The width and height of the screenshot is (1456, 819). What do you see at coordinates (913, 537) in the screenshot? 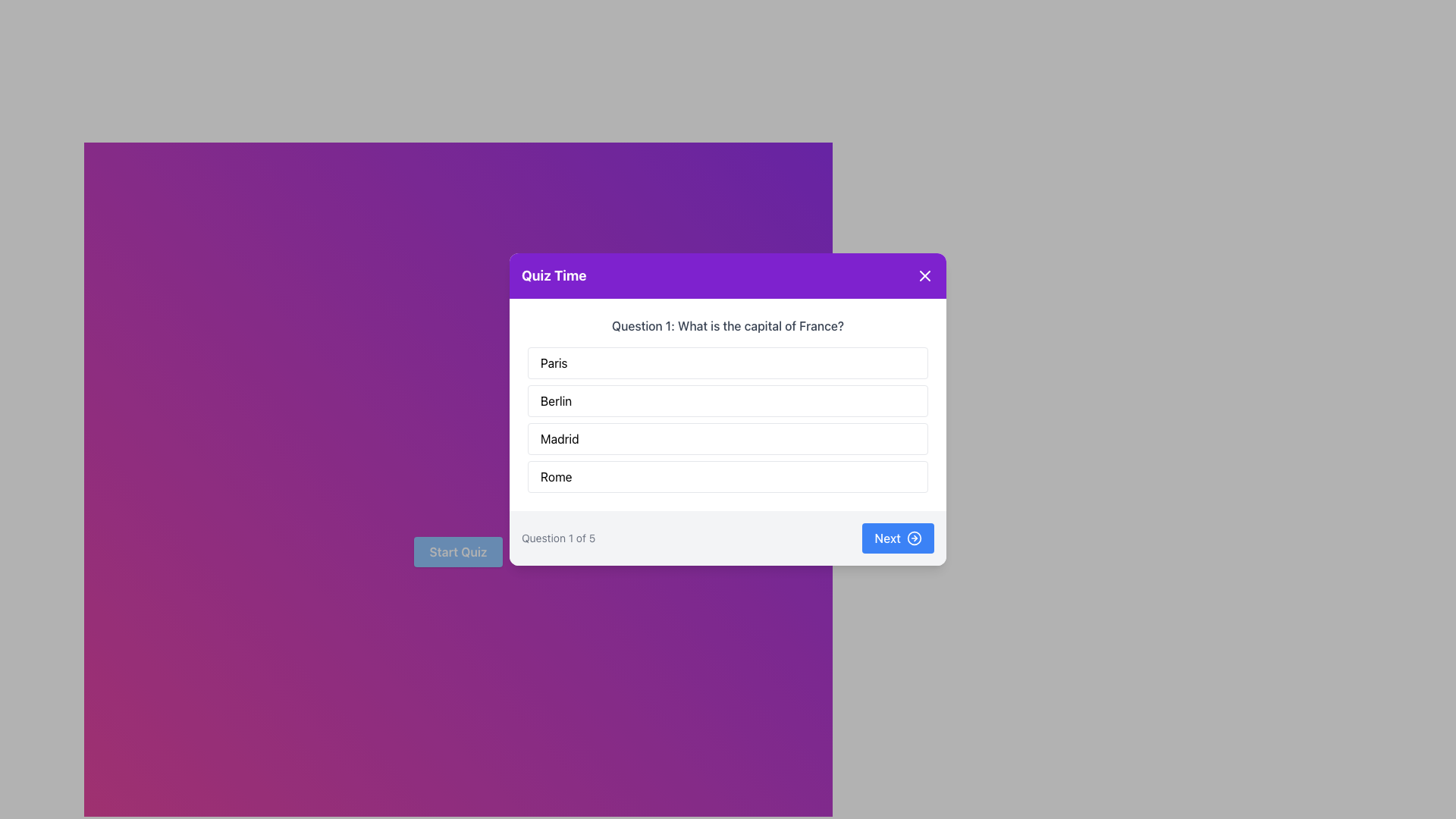
I see `the right-facing circular arrow icon with a white outline and blue background inside the 'Next' button to proceed to the next question` at bounding box center [913, 537].